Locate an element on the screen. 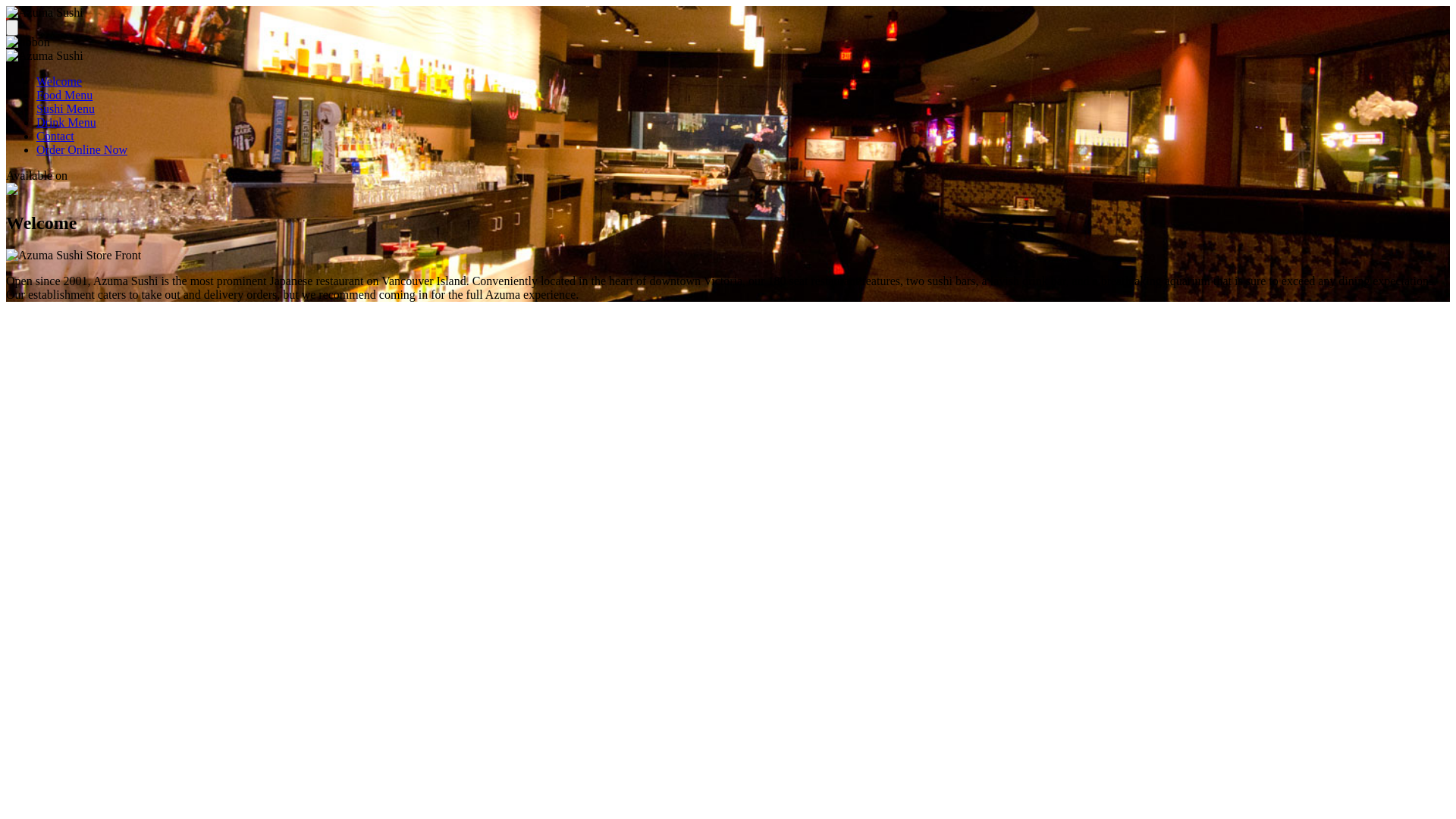 The width and height of the screenshot is (1456, 819). 'Sushi Menu' is located at coordinates (64, 108).